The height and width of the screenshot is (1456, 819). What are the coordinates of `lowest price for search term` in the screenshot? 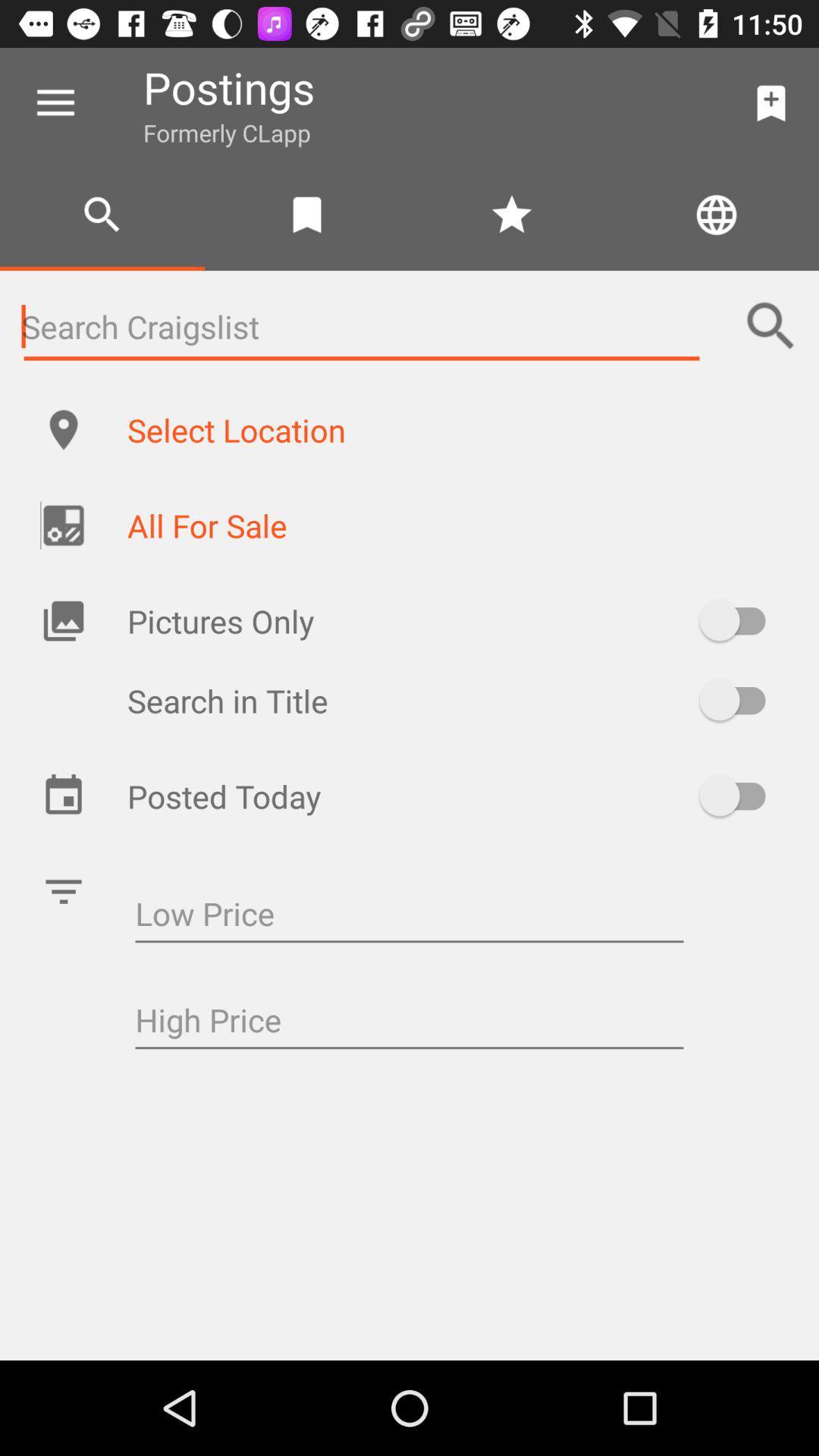 It's located at (409, 915).